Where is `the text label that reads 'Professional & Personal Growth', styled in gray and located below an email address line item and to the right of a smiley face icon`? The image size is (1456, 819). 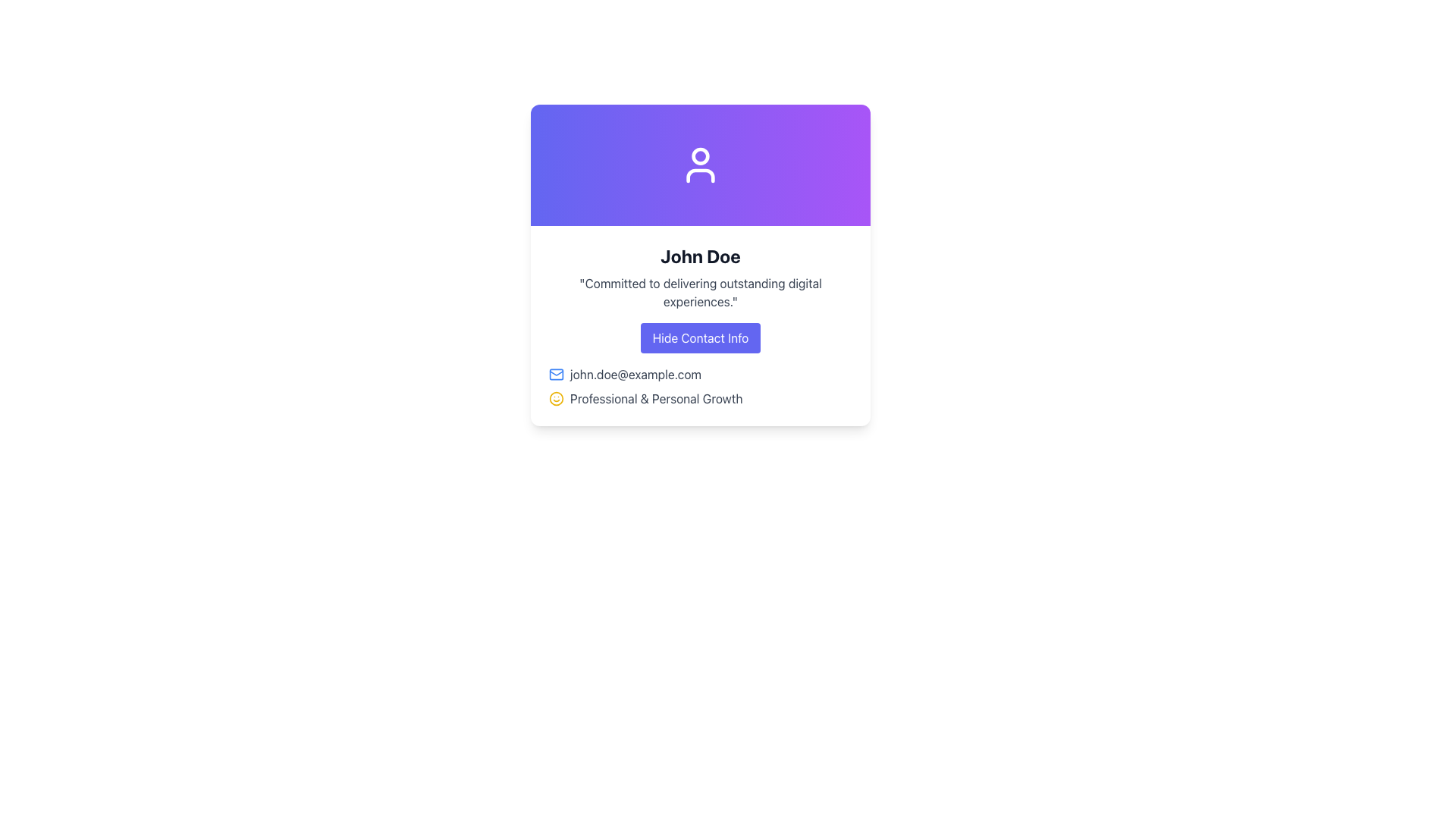
the text label that reads 'Professional & Personal Growth', styled in gray and located below an email address line item and to the right of a smiley face icon is located at coordinates (656, 397).